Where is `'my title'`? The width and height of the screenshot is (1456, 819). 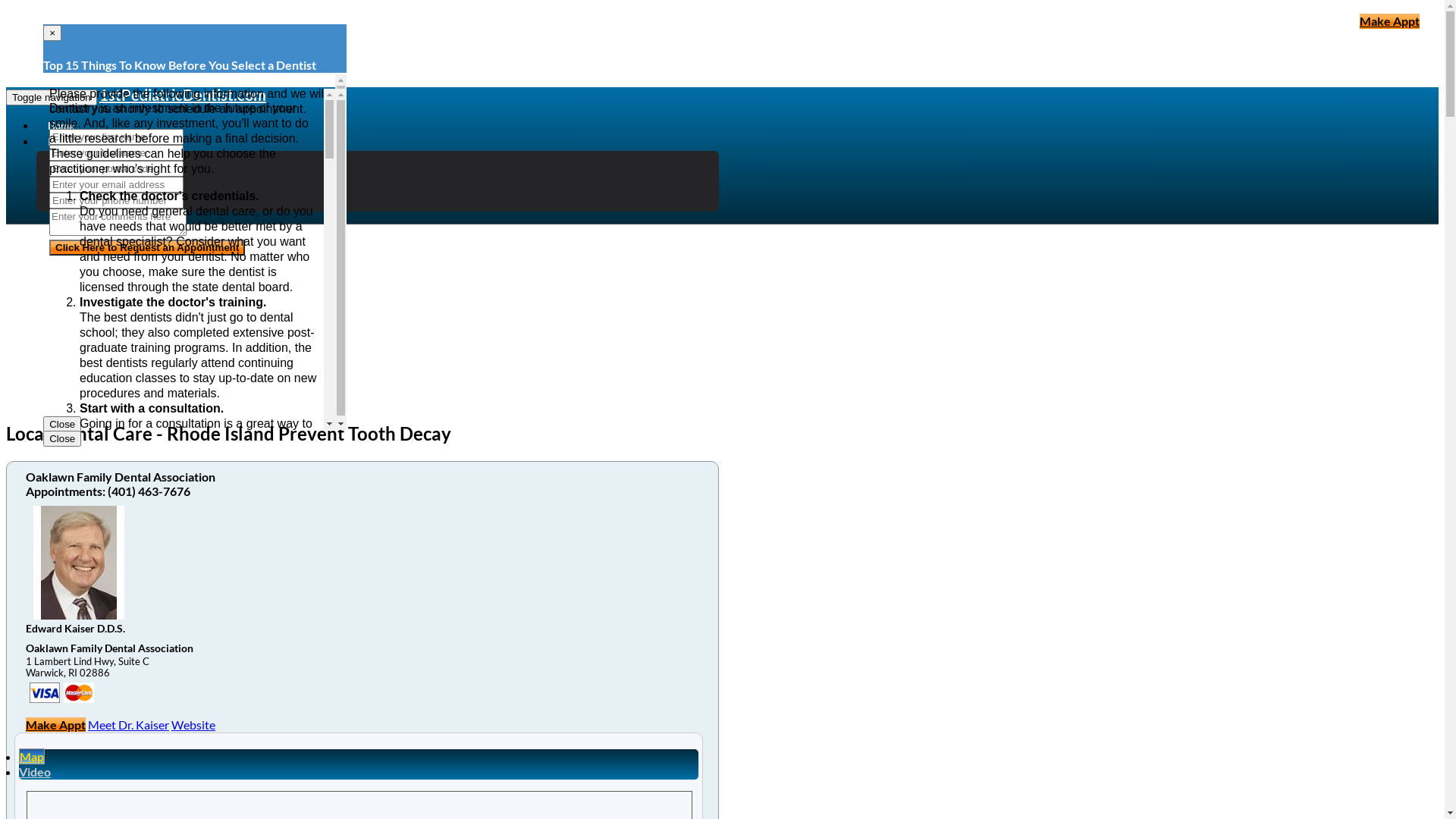
'my title' is located at coordinates (44, 692).